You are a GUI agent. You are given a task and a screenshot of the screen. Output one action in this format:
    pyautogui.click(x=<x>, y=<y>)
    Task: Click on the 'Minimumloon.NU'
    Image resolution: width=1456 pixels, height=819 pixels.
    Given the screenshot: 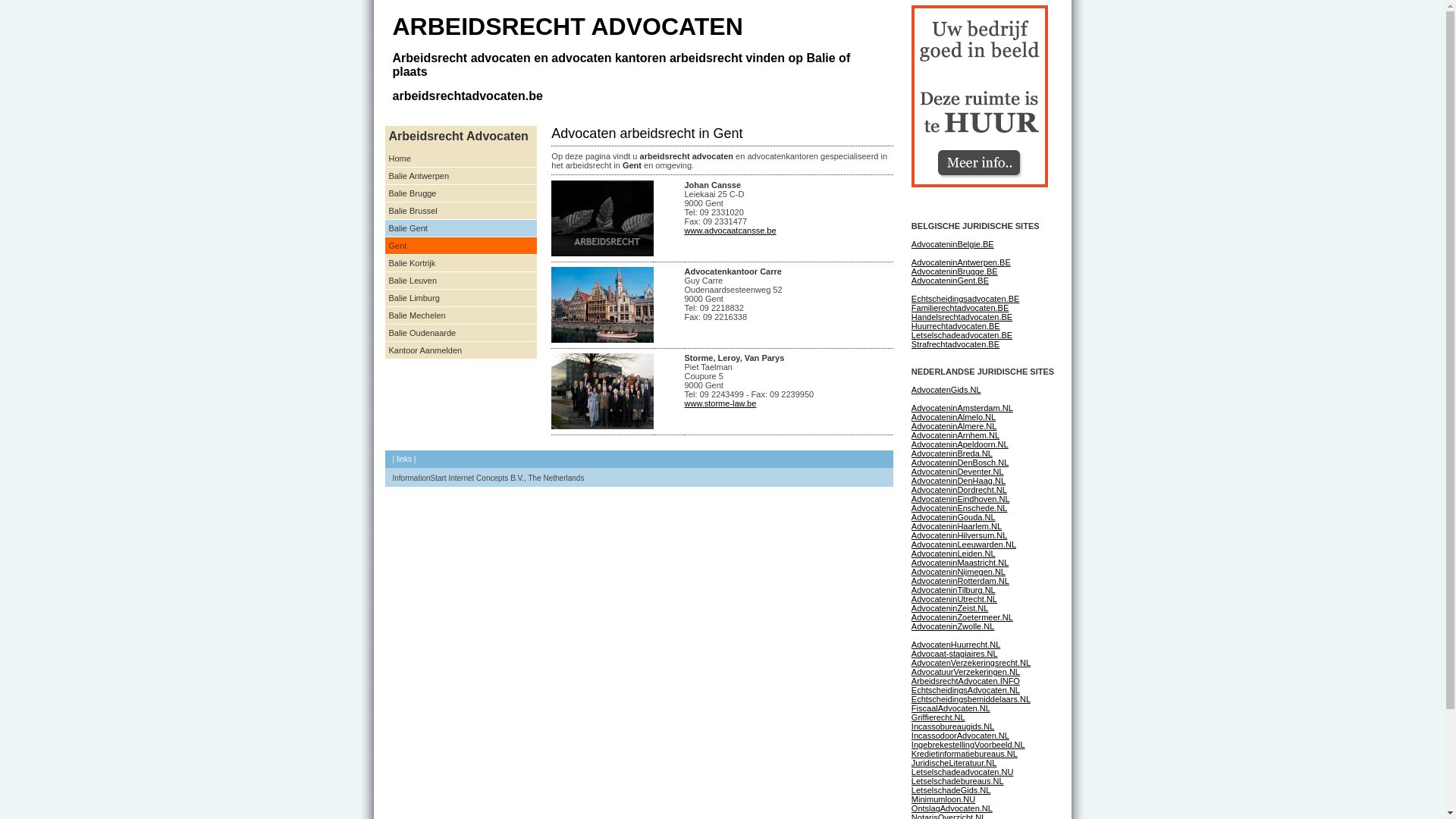 What is the action you would take?
    pyautogui.click(x=910, y=798)
    